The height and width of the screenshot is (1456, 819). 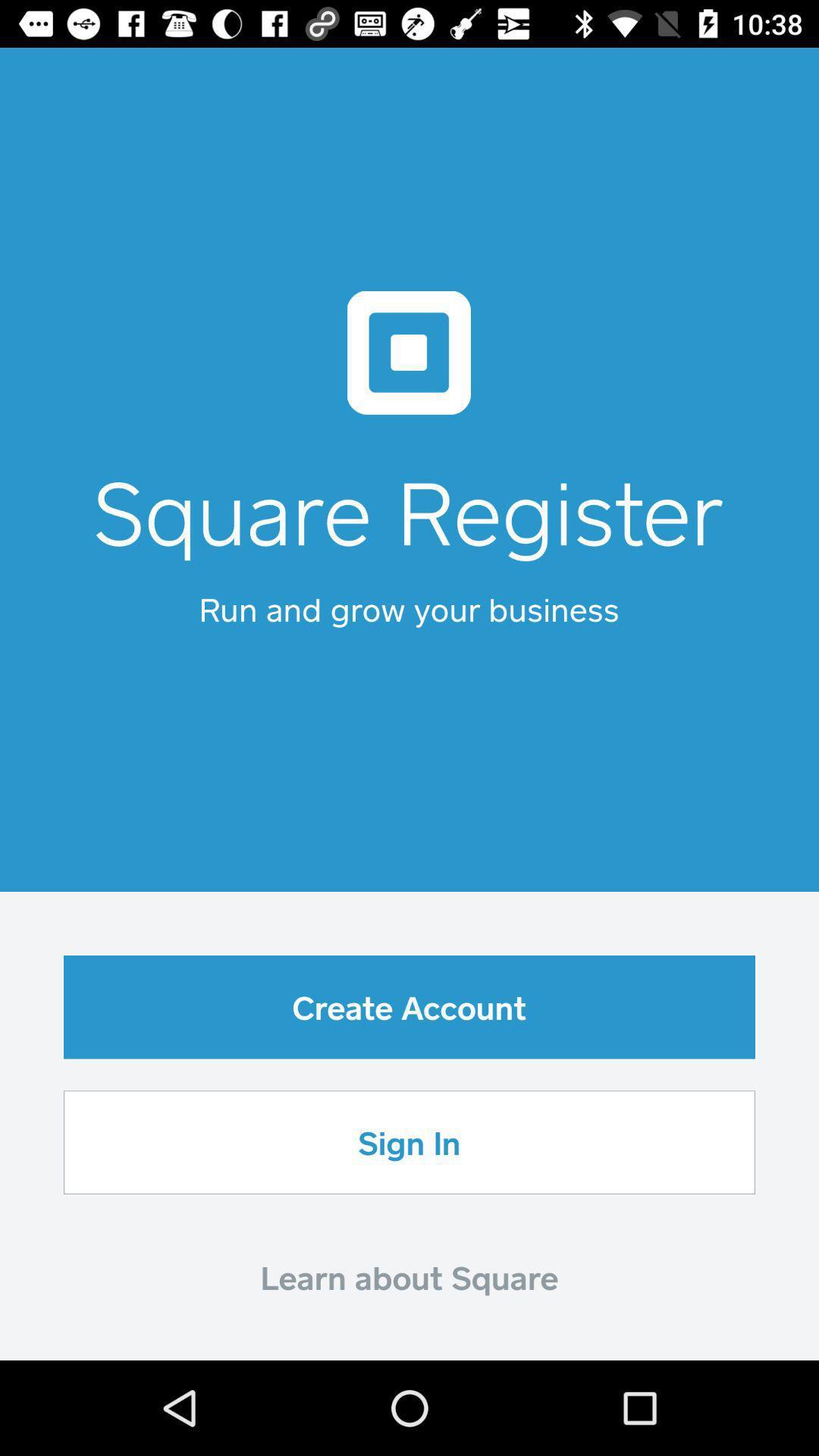 What do you see at coordinates (409, 1007) in the screenshot?
I see `icon above sign in icon` at bounding box center [409, 1007].